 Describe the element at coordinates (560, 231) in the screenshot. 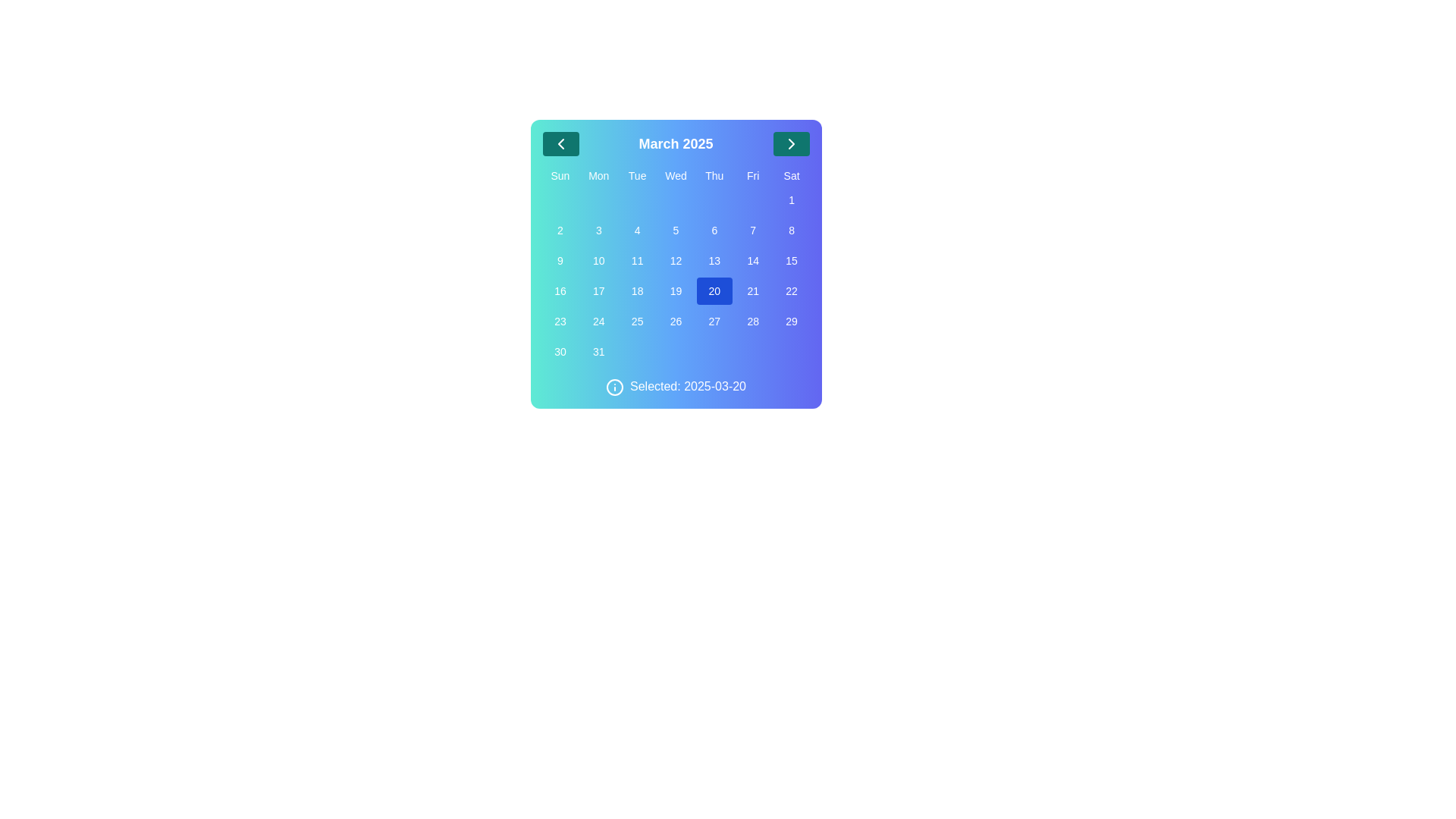

I see `the button representing the second day (Monday) of the month in the calendar grid` at that location.